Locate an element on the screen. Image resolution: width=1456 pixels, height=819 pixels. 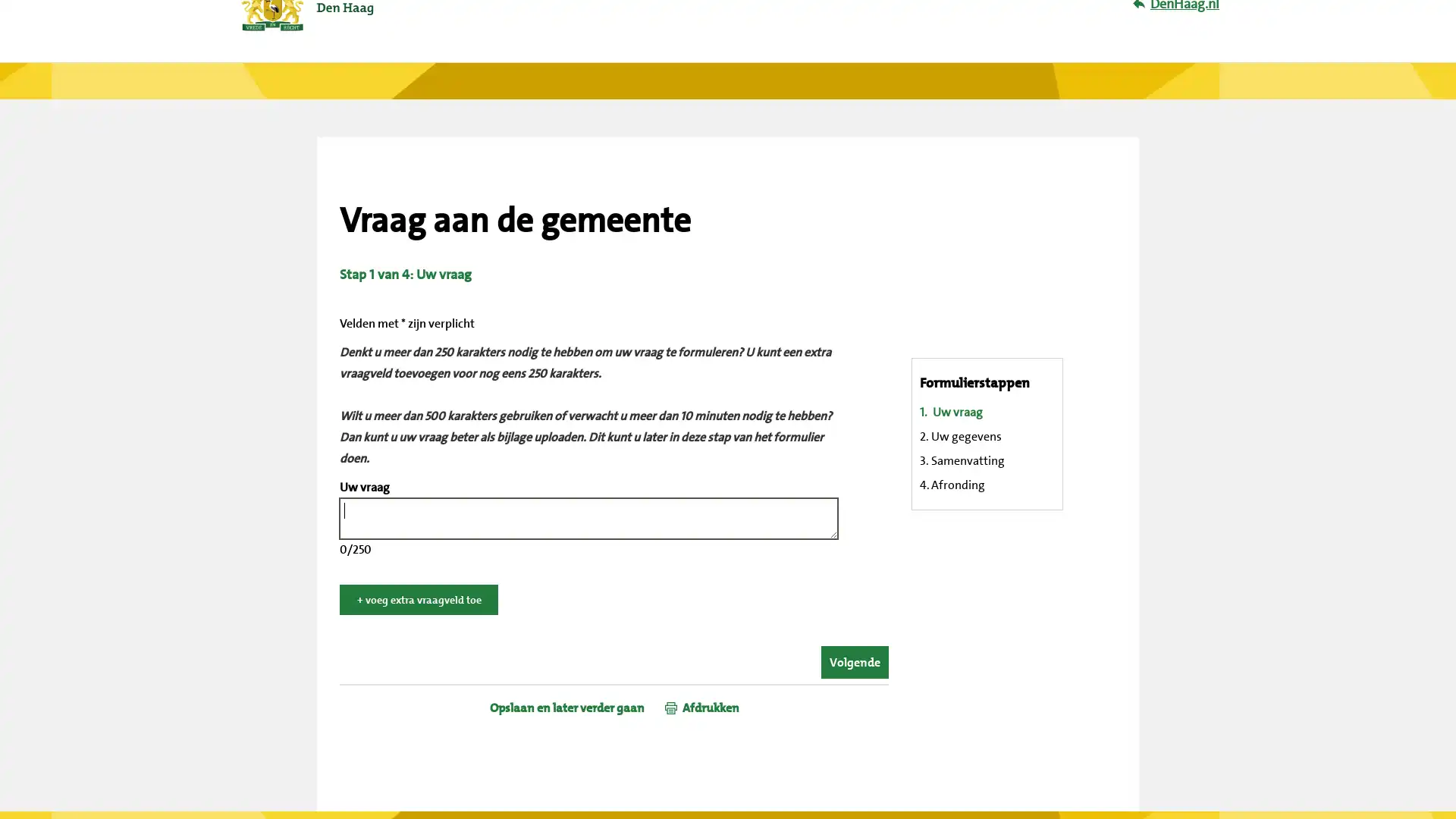
+ voeg extra vraagveld toe is located at coordinates (419, 598).